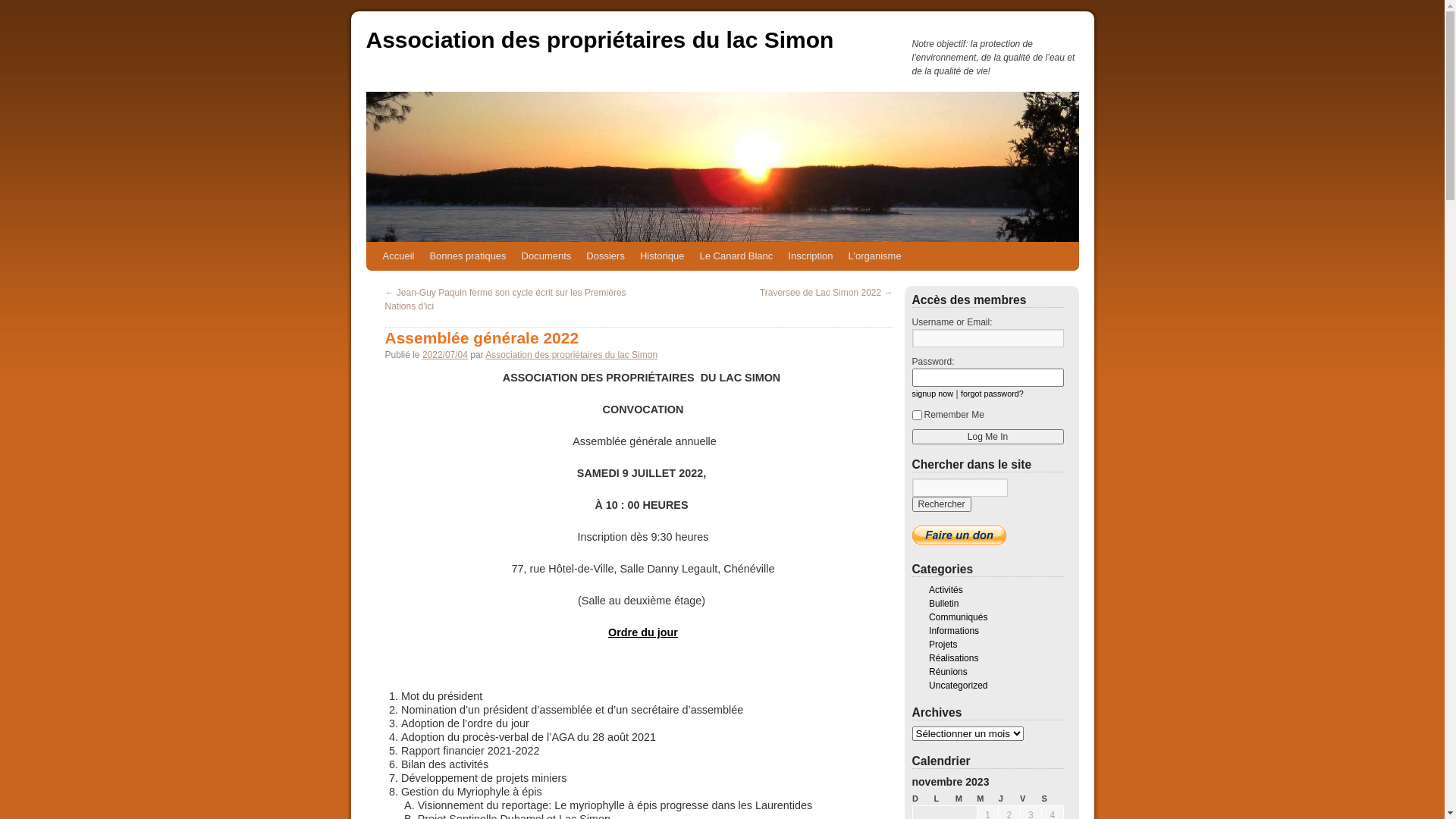  I want to click on 'Bonnes pratiques', so click(466, 256).